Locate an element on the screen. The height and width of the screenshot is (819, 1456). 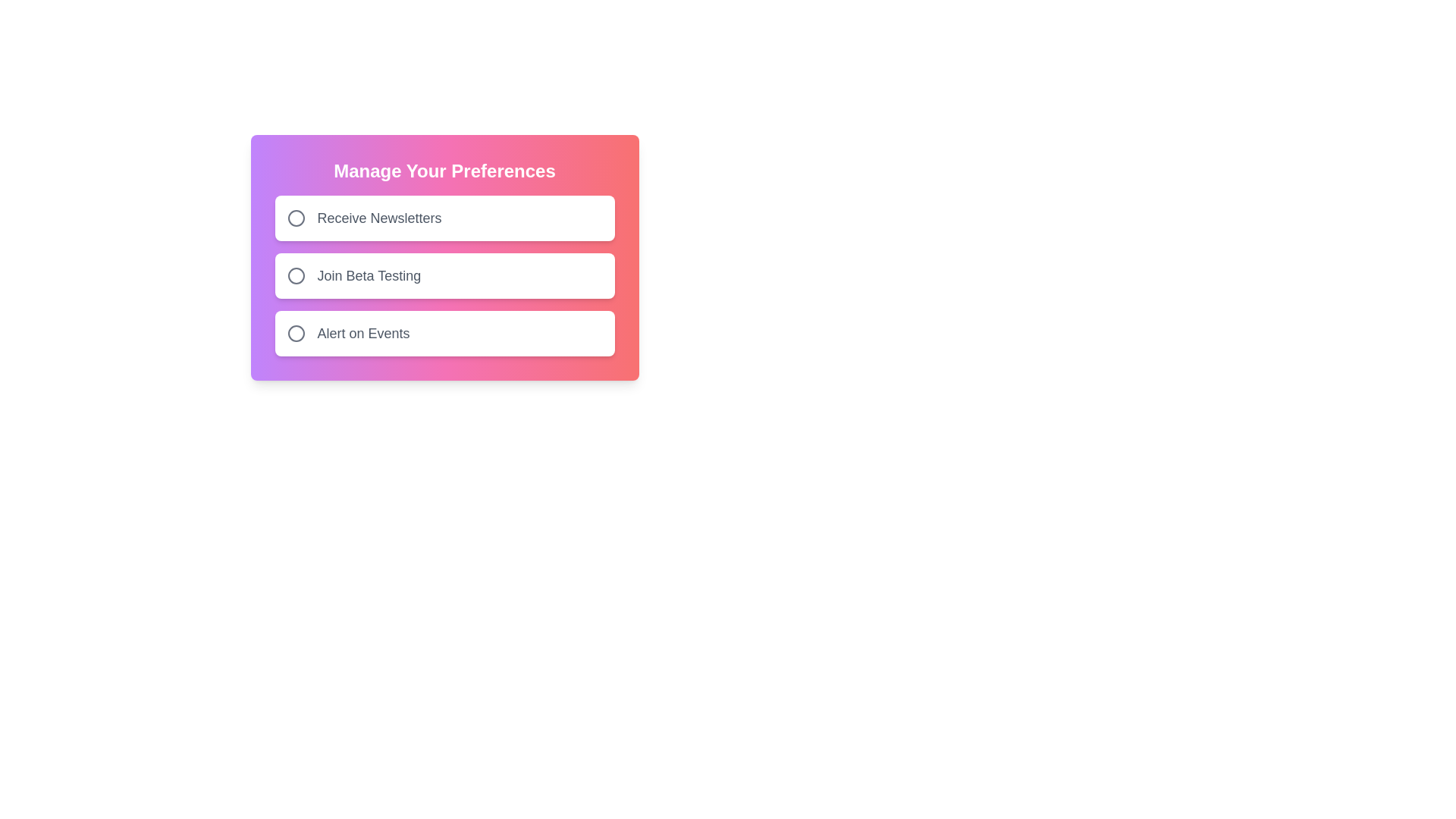
the 'Receive Newsletters' text label is located at coordinates (379, 218).